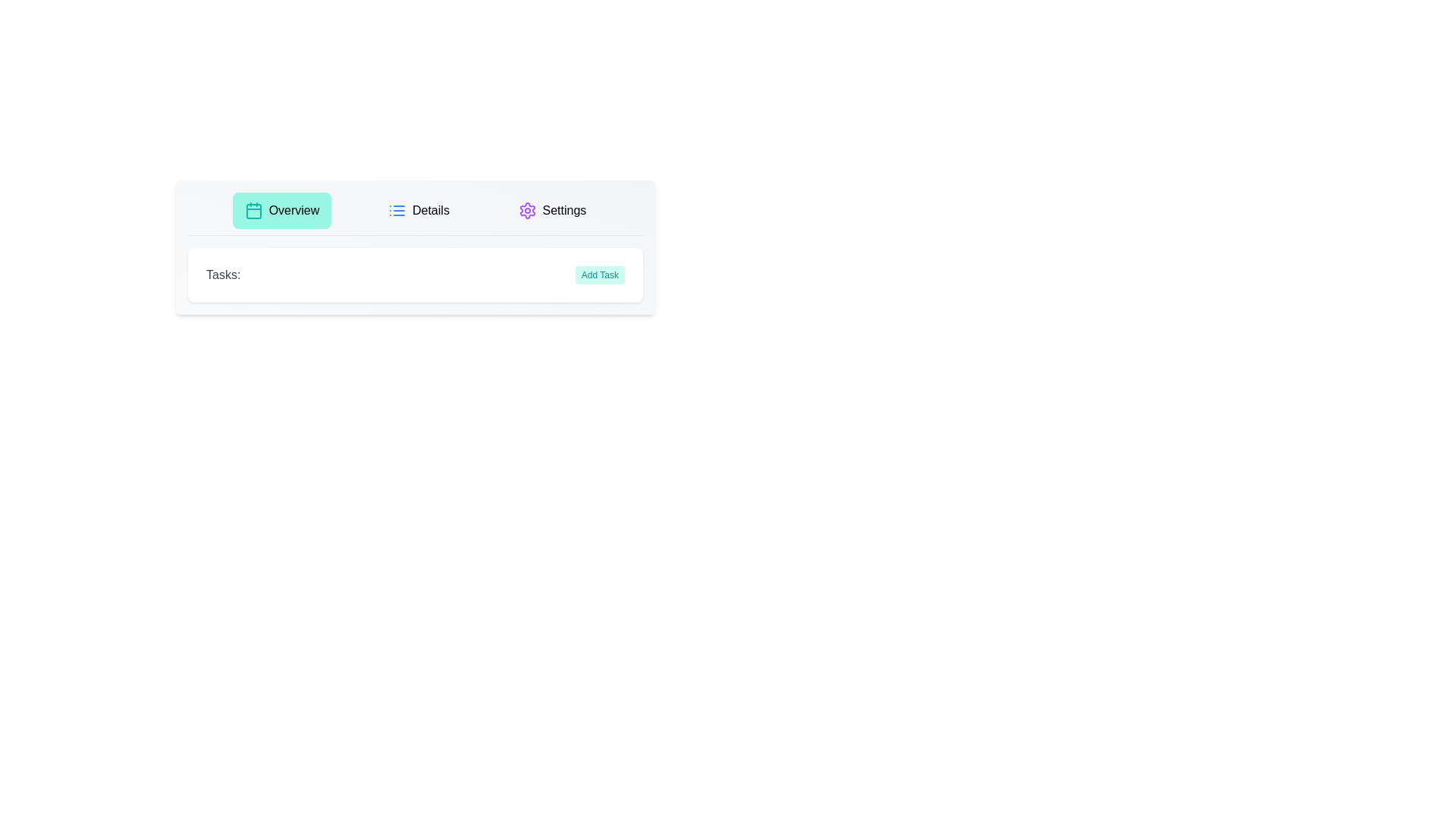  Describe the element at coordinates (599, 275) in the screenshot. I see `'Add Task' button to initiate task addition` at that location.